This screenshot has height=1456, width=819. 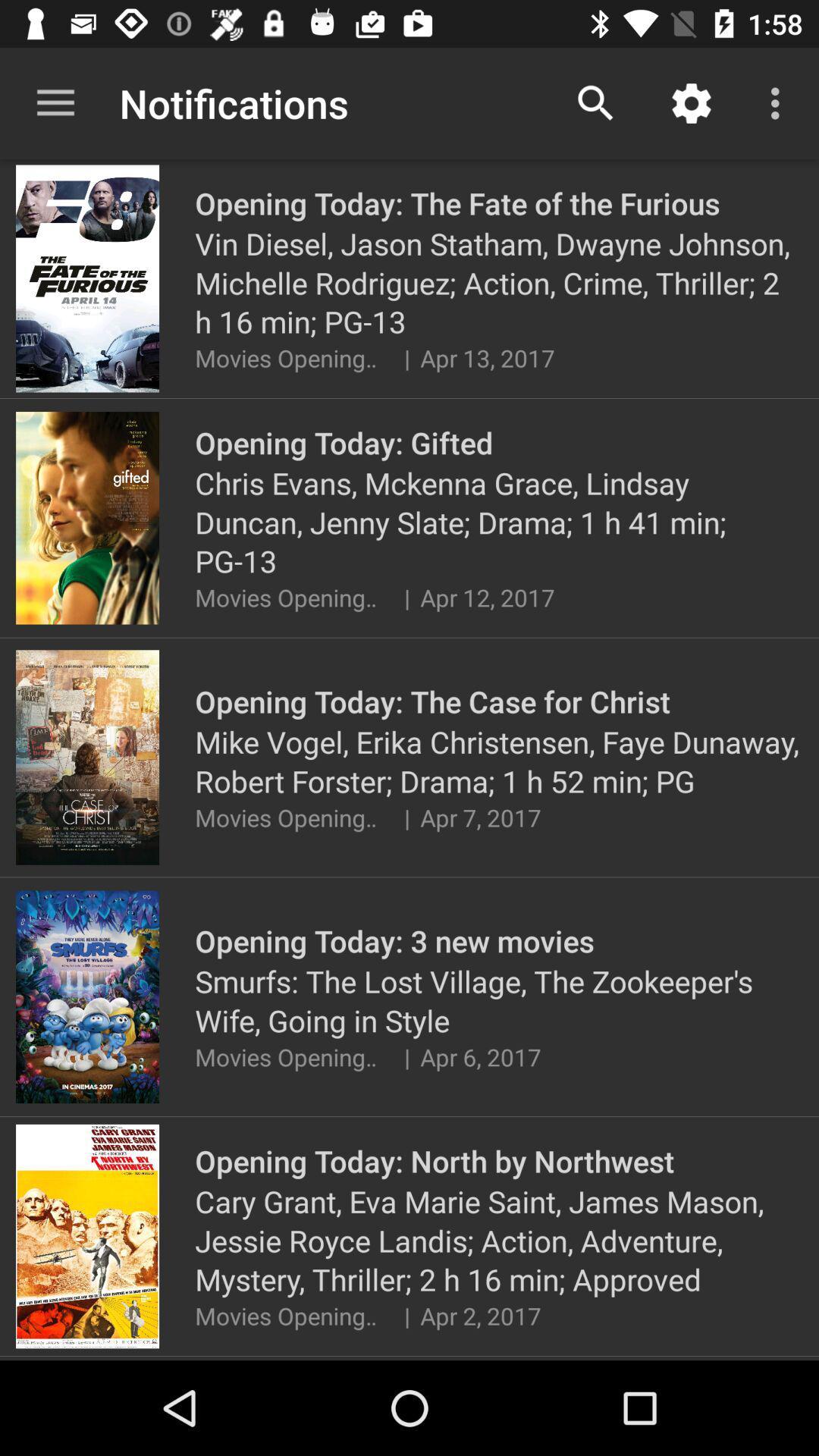 What do you see at coordinates (779, 102) in the screenshot?
I see `the icon above the vin diesel jason` at bounding box center [779, 102].